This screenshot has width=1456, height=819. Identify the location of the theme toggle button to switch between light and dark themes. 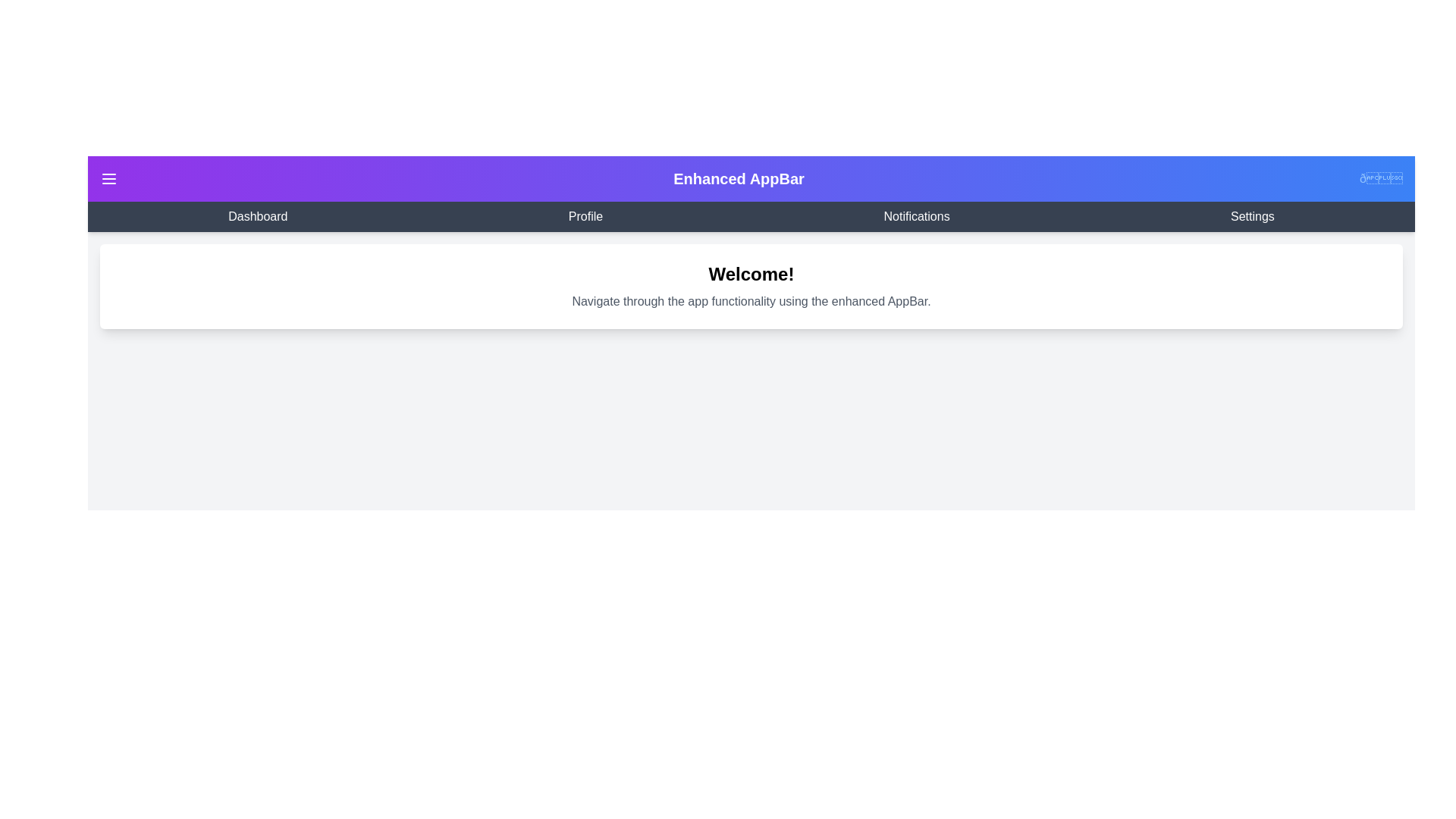
(1380, 177).